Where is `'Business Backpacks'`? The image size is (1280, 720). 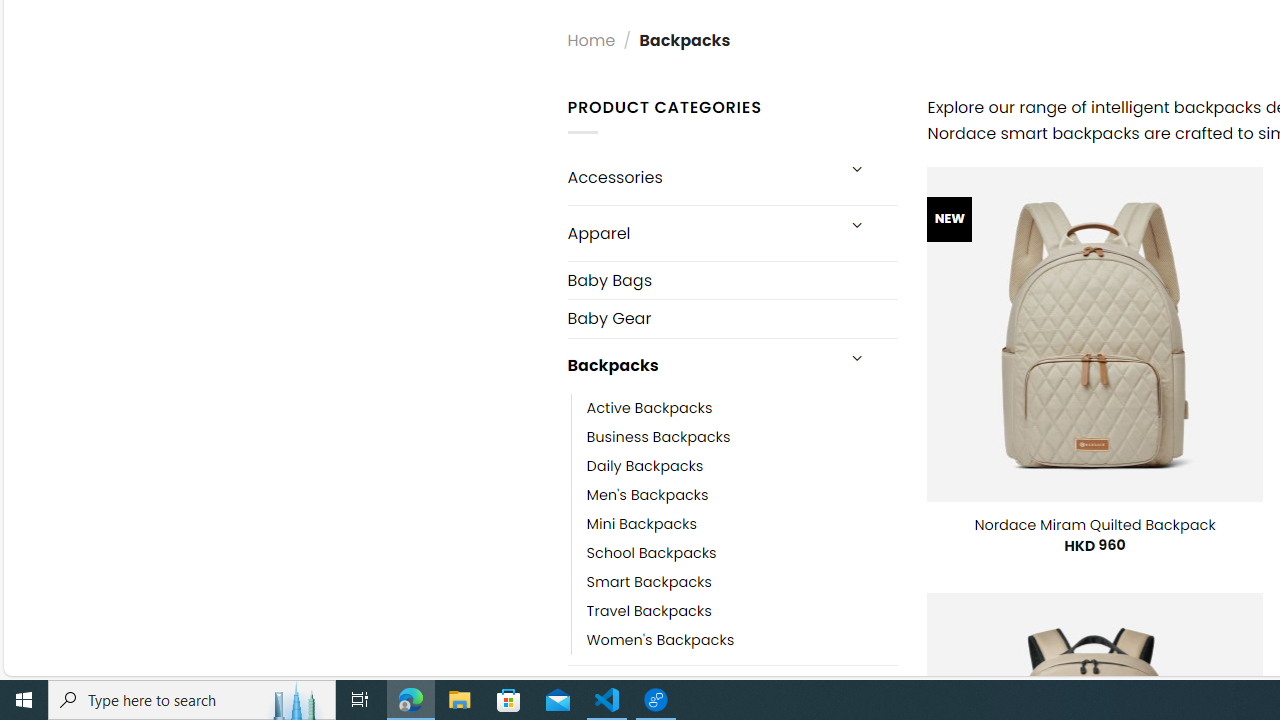 'Business Backpacks' is located at coordinates (658, 436).